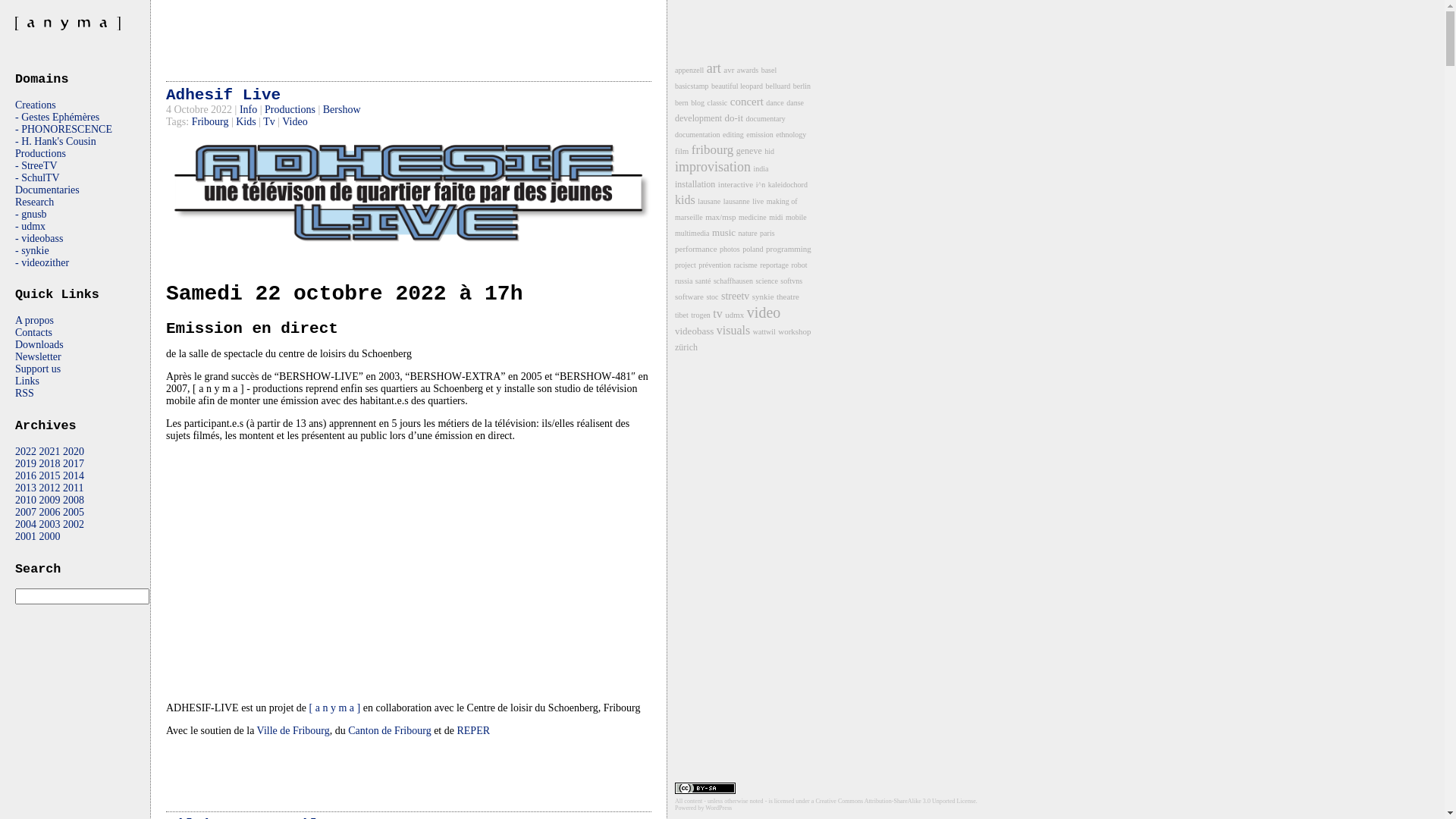  What do you see at coordinates (680, 102) in the screenshot?
I see `'bern'` at bounding box center [680, 102].